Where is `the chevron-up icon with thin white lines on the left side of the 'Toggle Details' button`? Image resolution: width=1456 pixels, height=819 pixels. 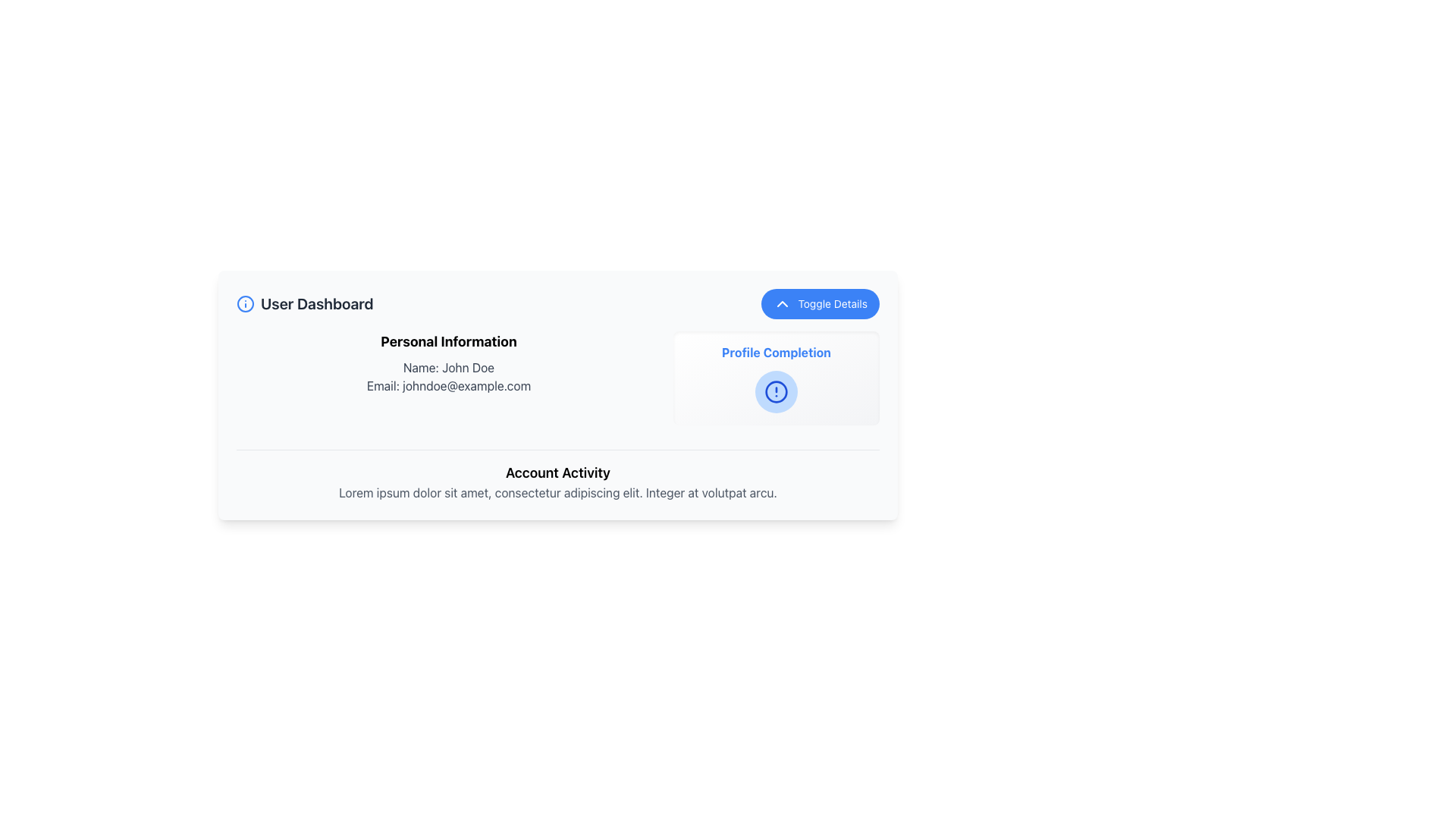 the chevron-up icon with thin white lines on the left side of the 'Toggle Details' button is located at coordinates (783, 304).